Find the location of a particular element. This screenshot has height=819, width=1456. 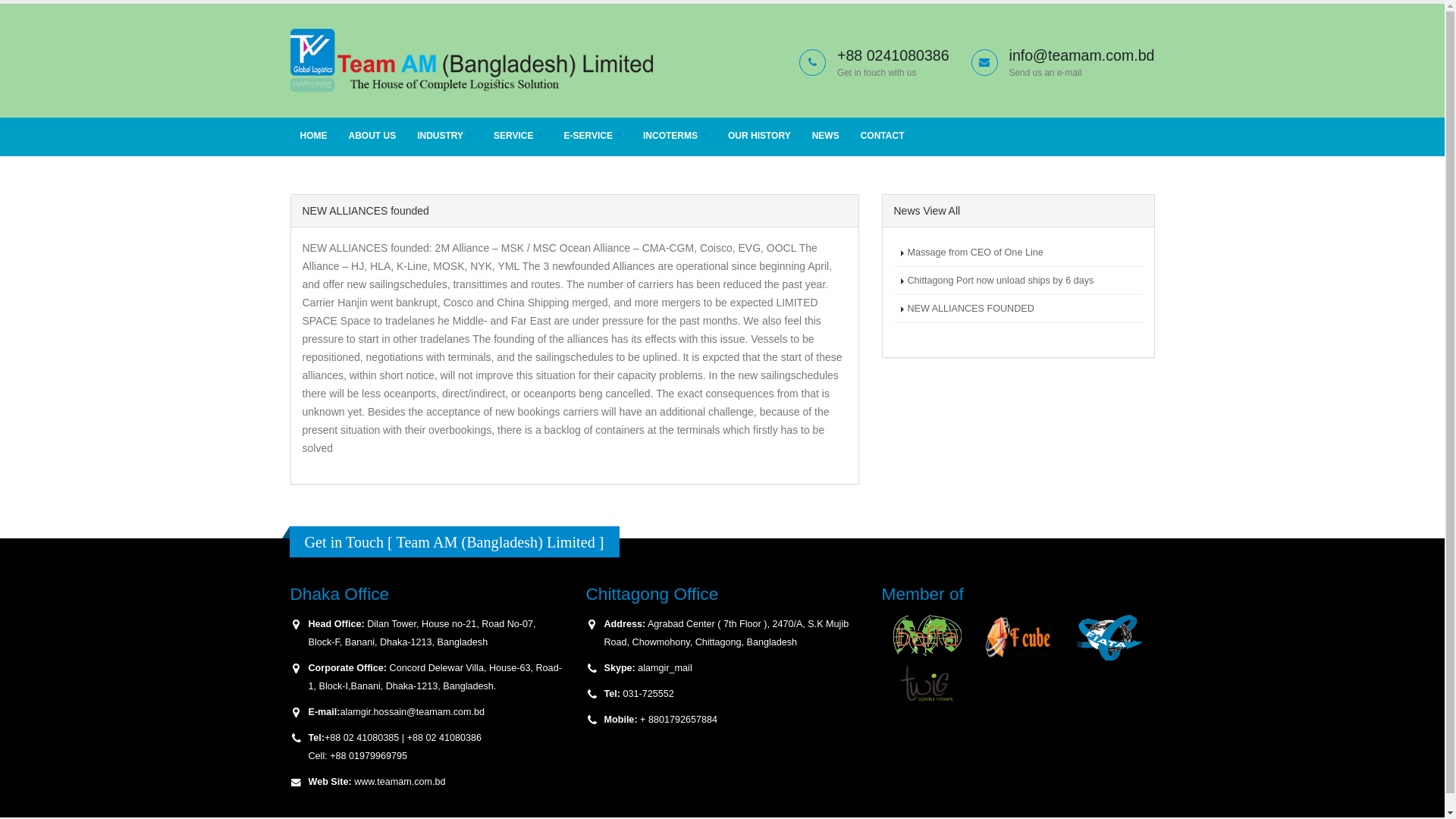

'SERVICE' is located at coordinates (517, 134).